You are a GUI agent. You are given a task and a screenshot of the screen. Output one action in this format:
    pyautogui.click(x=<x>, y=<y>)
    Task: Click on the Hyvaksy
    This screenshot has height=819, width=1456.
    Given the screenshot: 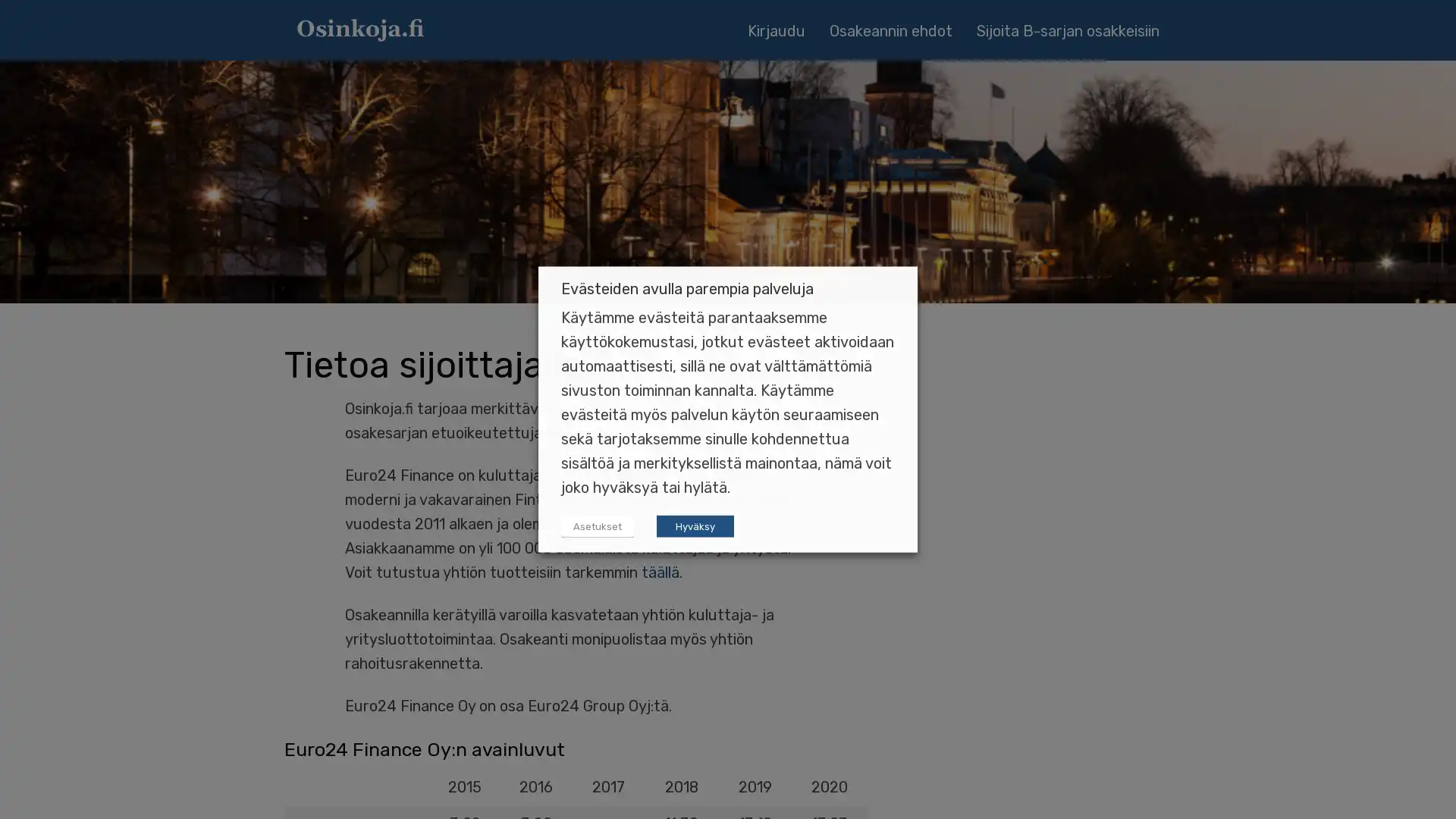 What is the action you would take?
    pyautogui.click(x=694, y=525)
    